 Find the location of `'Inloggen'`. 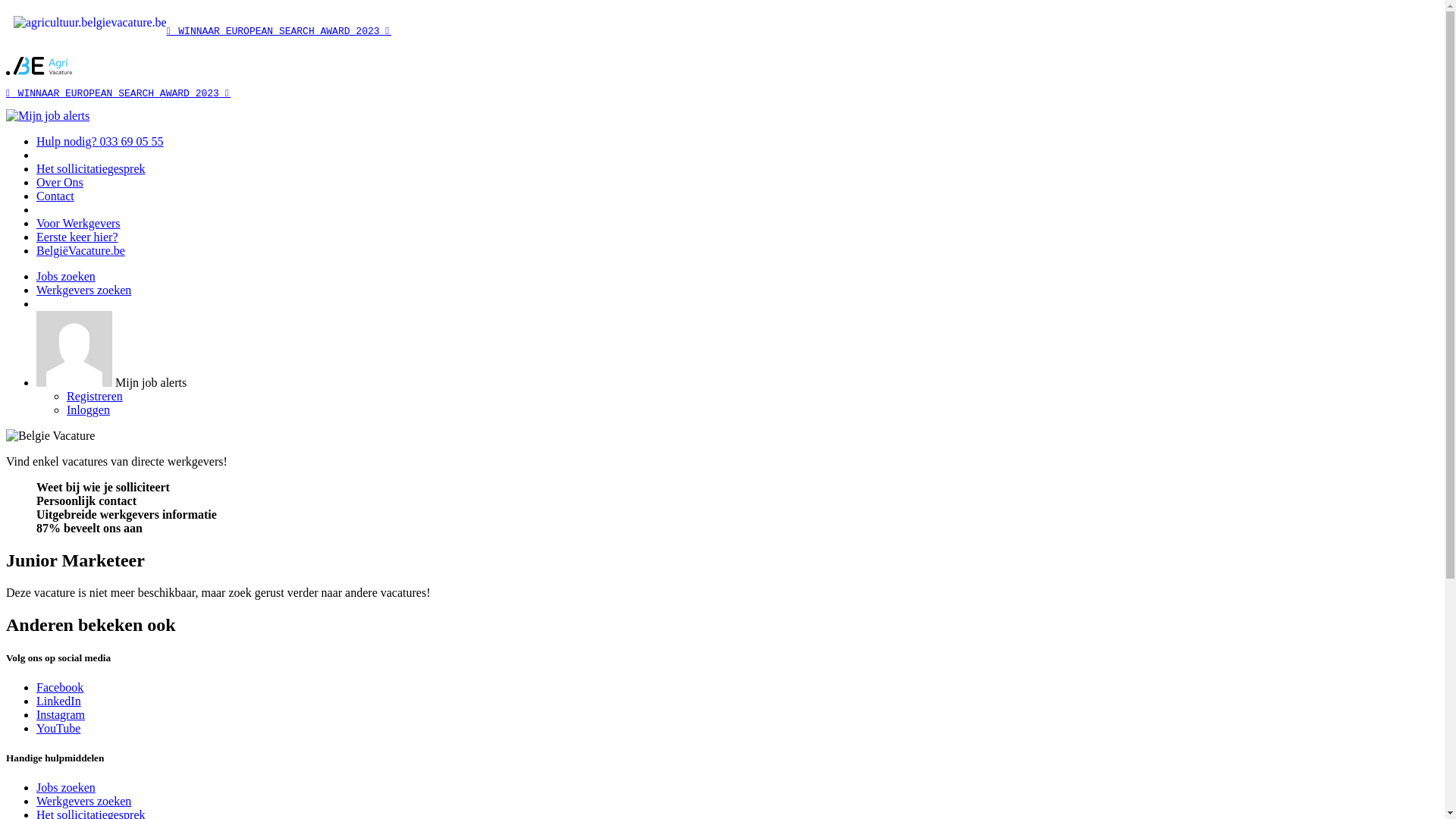

'Inloggen' is located at coordinates (87, 409).